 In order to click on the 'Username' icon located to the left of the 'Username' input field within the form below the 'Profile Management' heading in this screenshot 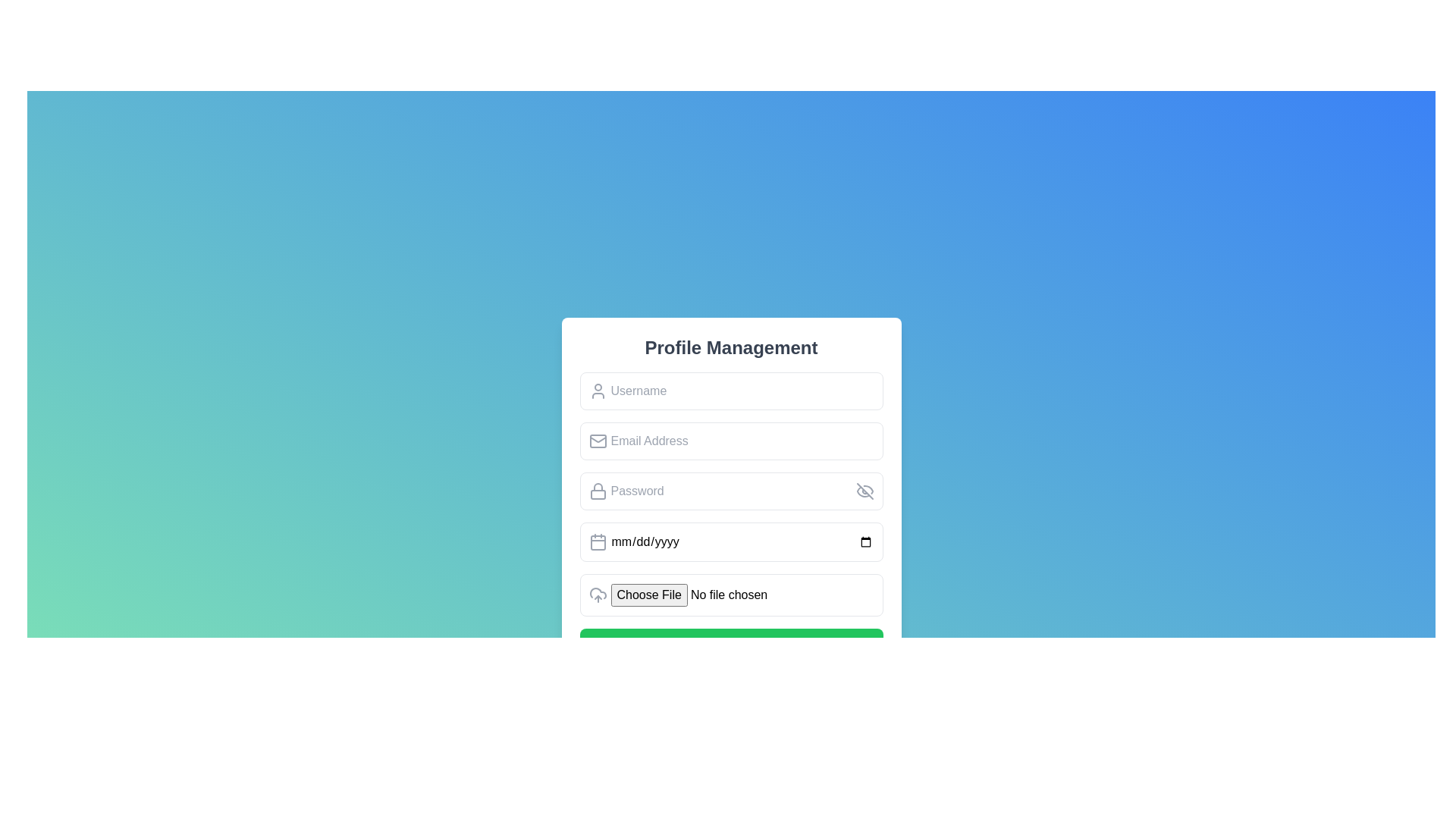, I will do `click(597, 391)`.